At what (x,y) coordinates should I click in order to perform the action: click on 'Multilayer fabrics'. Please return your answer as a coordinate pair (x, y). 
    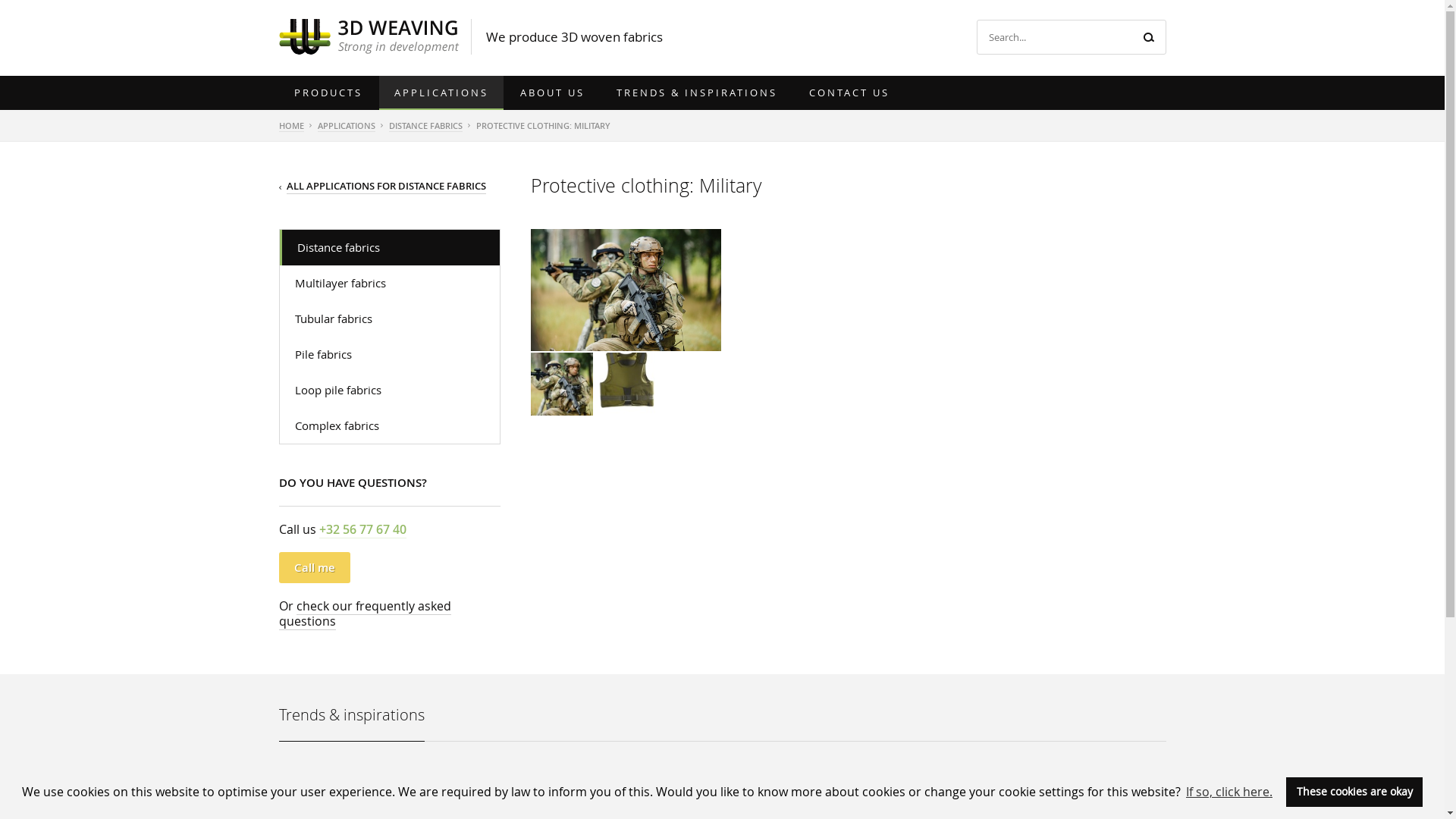
    Looking at the image, I should click on (389, 283).